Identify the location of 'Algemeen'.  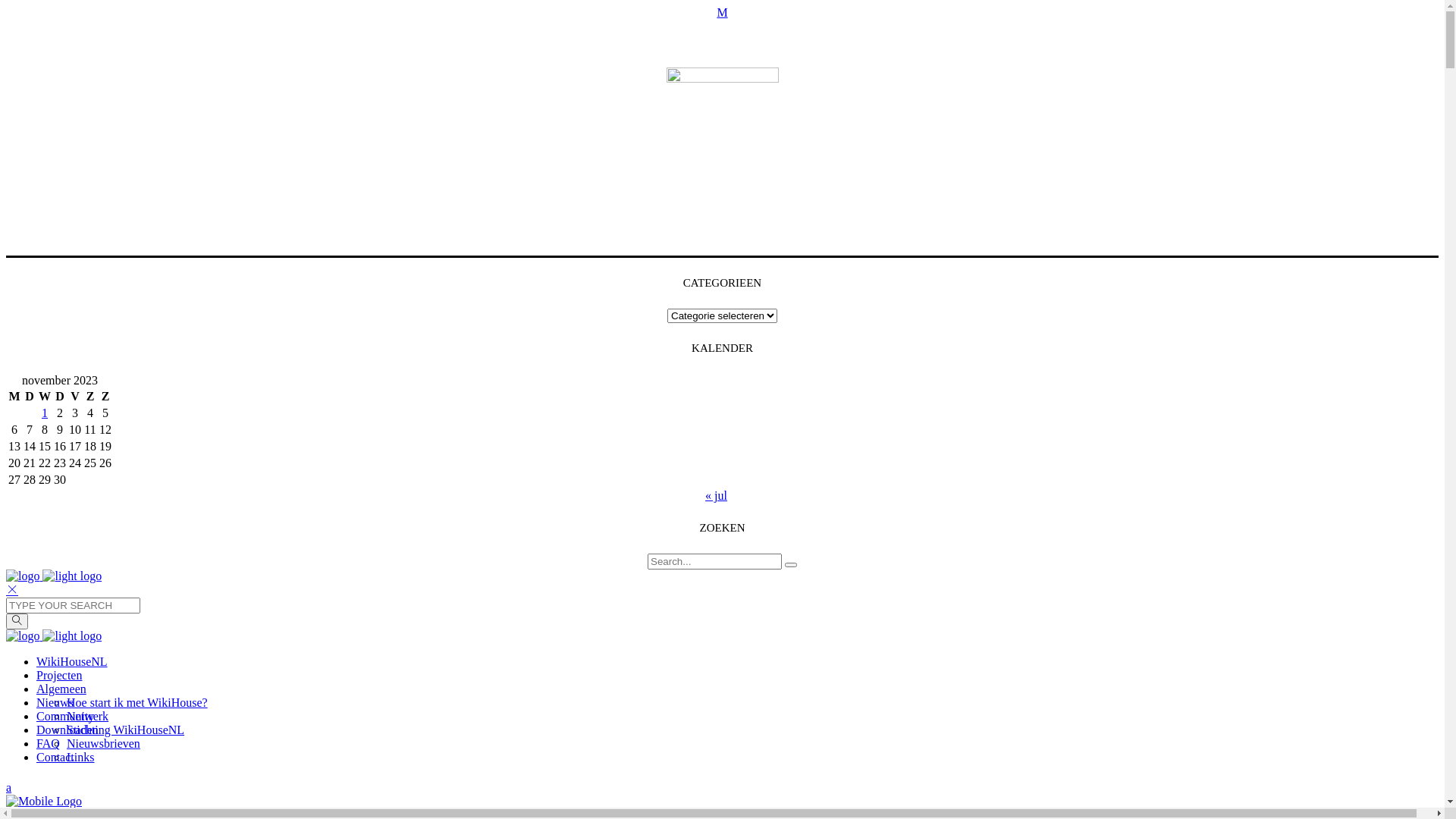
(61, 689).